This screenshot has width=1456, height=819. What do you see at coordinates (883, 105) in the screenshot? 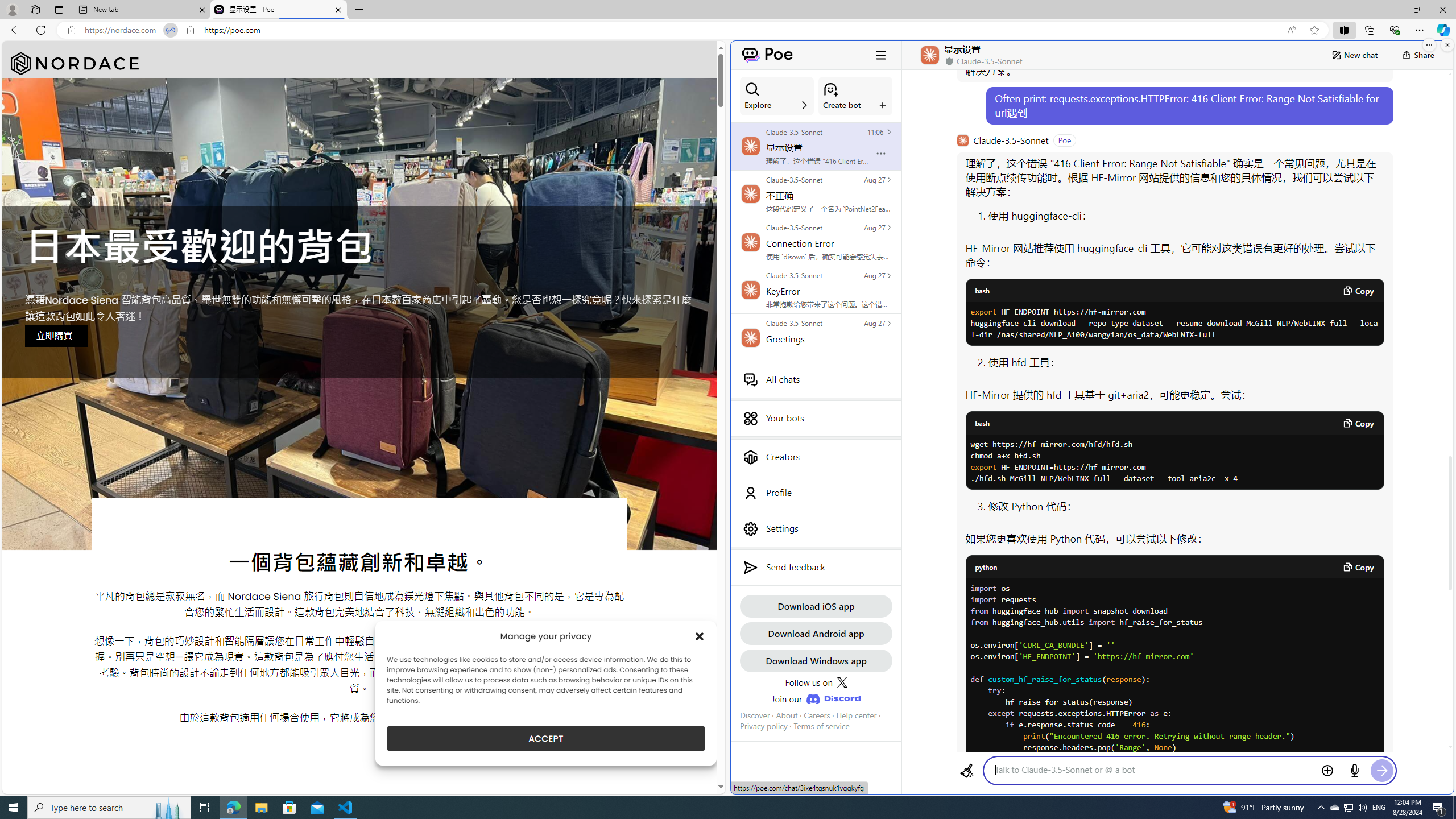
I see `'Class: ManageBotsCardSection_labelIcon__EjW_j'` at bounding box center [883, 105].